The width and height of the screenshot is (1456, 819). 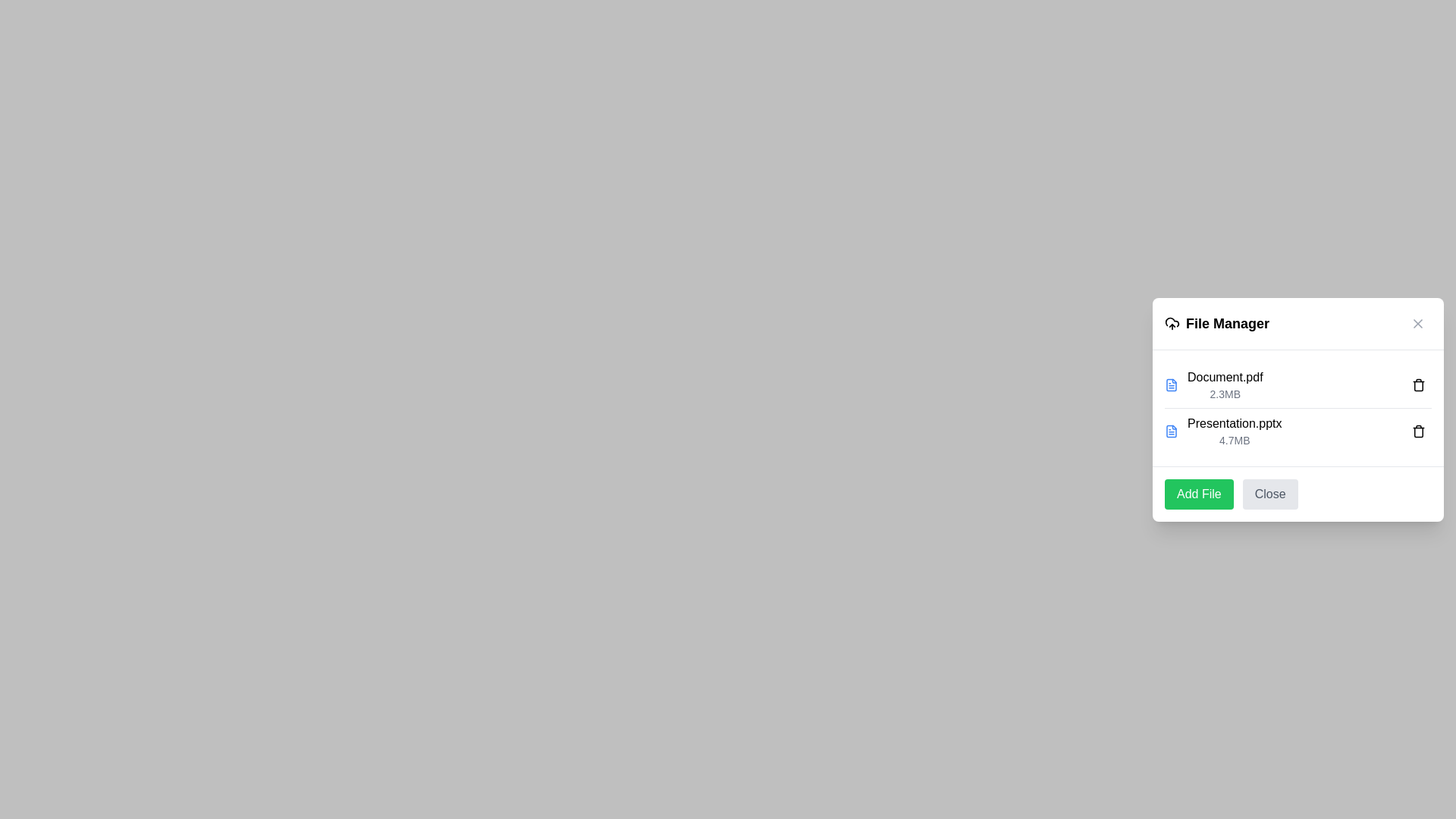 I want to click on the text label displaying '2.3MB', which is aligned below 'Document.pdf' in the file manager UI, so click(x=1225, y=393).